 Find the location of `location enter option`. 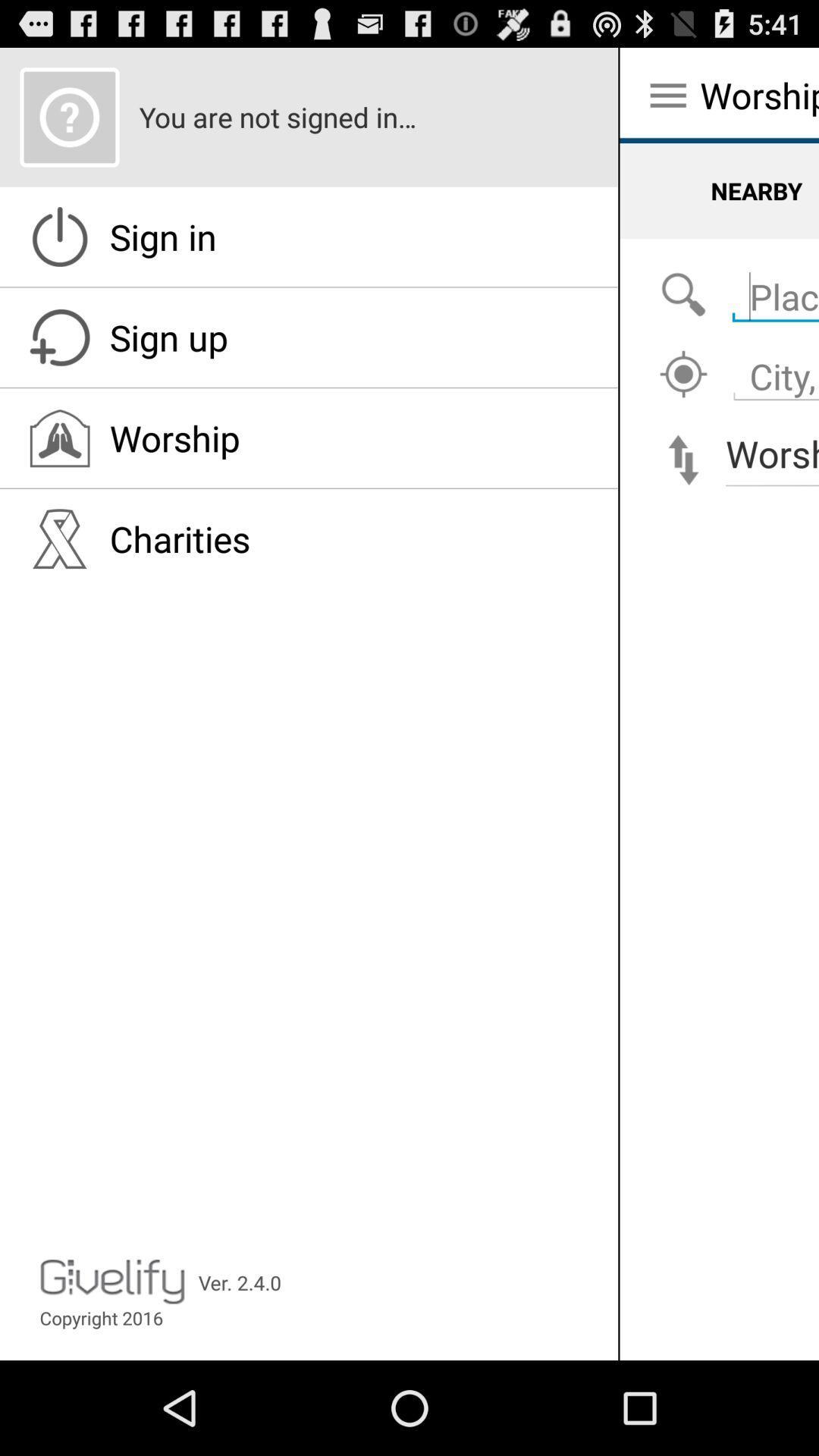

location enter option is located at coordinates (772, 288).